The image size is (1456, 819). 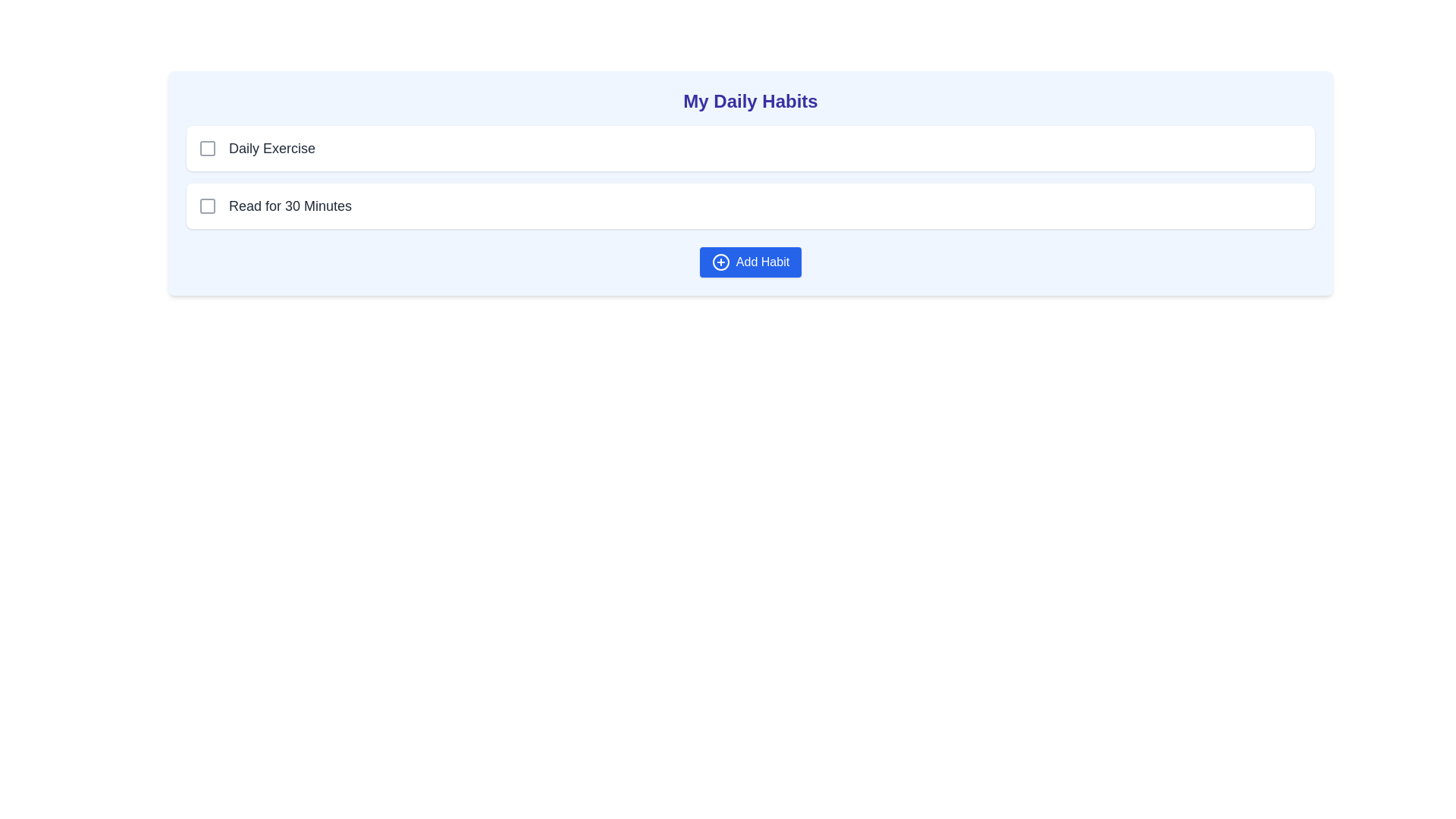 I want to click on the 'Add Habit' button, which is a rectangular button with rounded corners, a blue background, and white text, so click(x=750, y=262).